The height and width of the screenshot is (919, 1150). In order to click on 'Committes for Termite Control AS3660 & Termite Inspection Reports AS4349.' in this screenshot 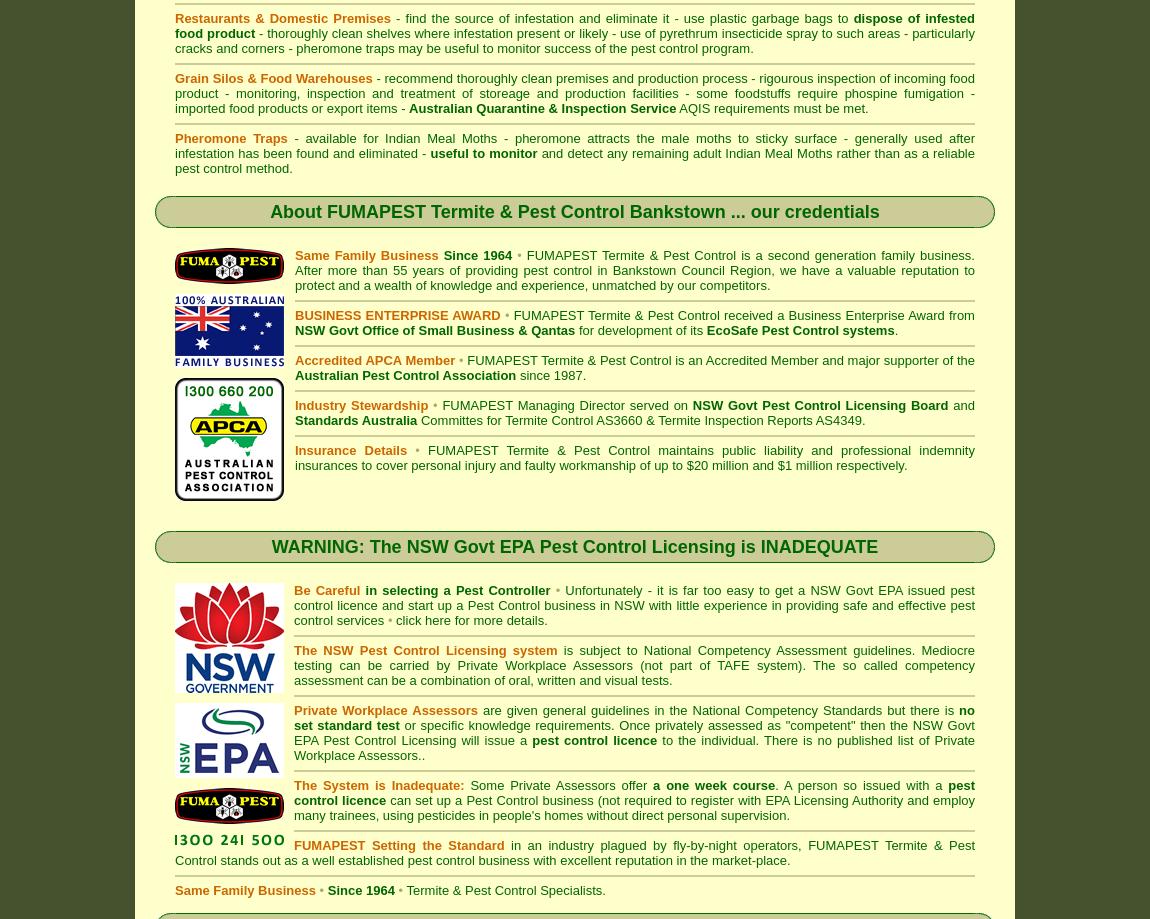, I will do `click(640, 420)`.